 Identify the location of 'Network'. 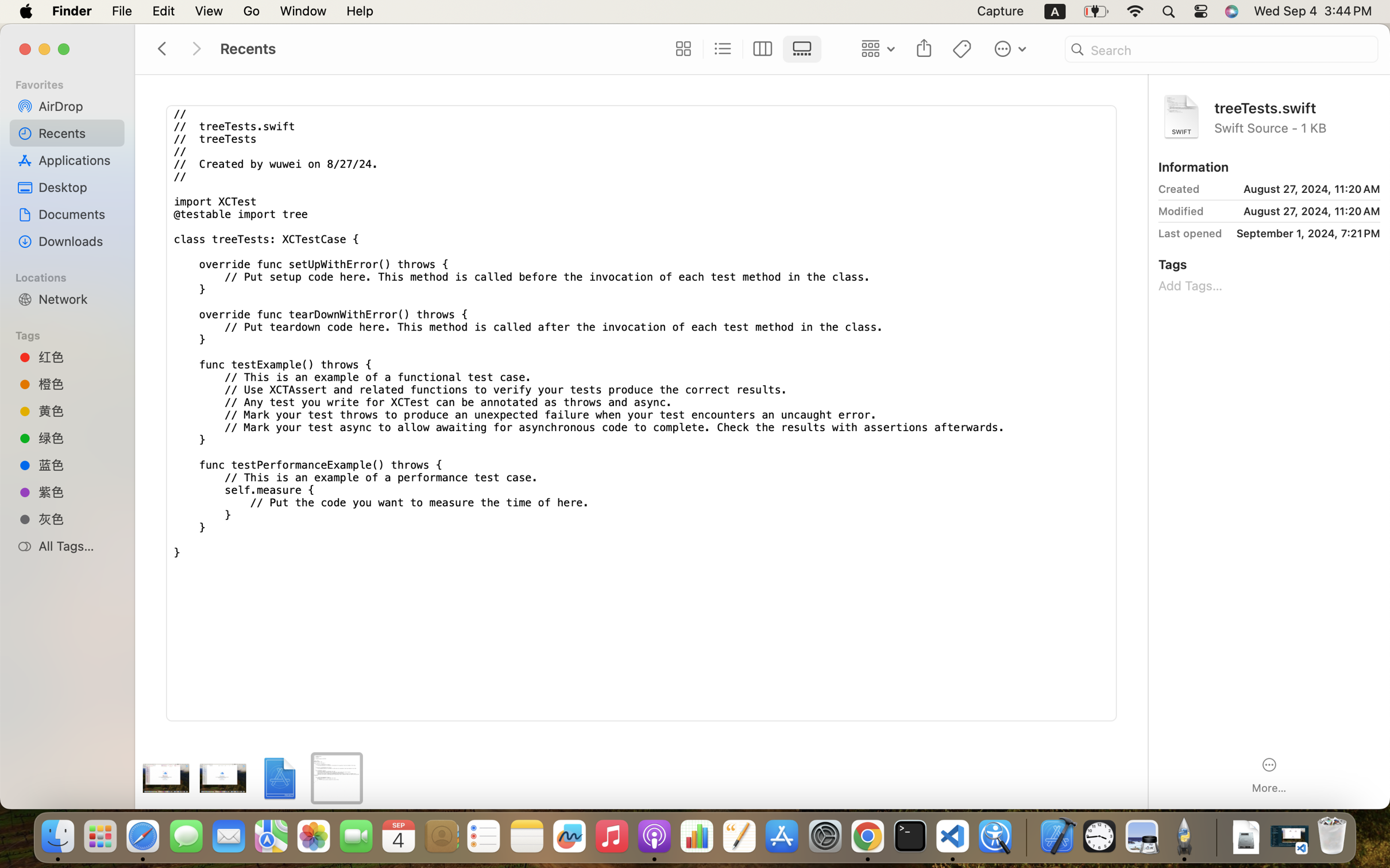
(77, 298).